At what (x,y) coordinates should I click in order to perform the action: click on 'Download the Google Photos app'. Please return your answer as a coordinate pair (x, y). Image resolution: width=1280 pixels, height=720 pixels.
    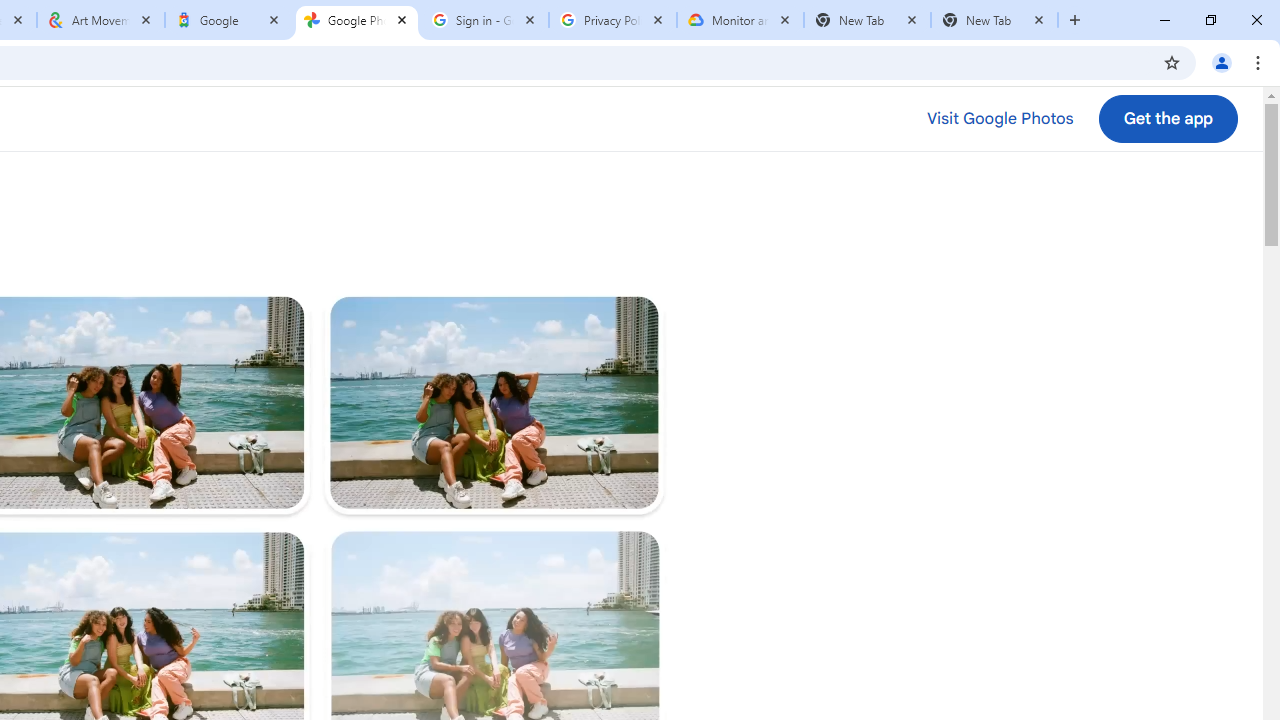
    Looking at the image, I should click on (1168, 119).